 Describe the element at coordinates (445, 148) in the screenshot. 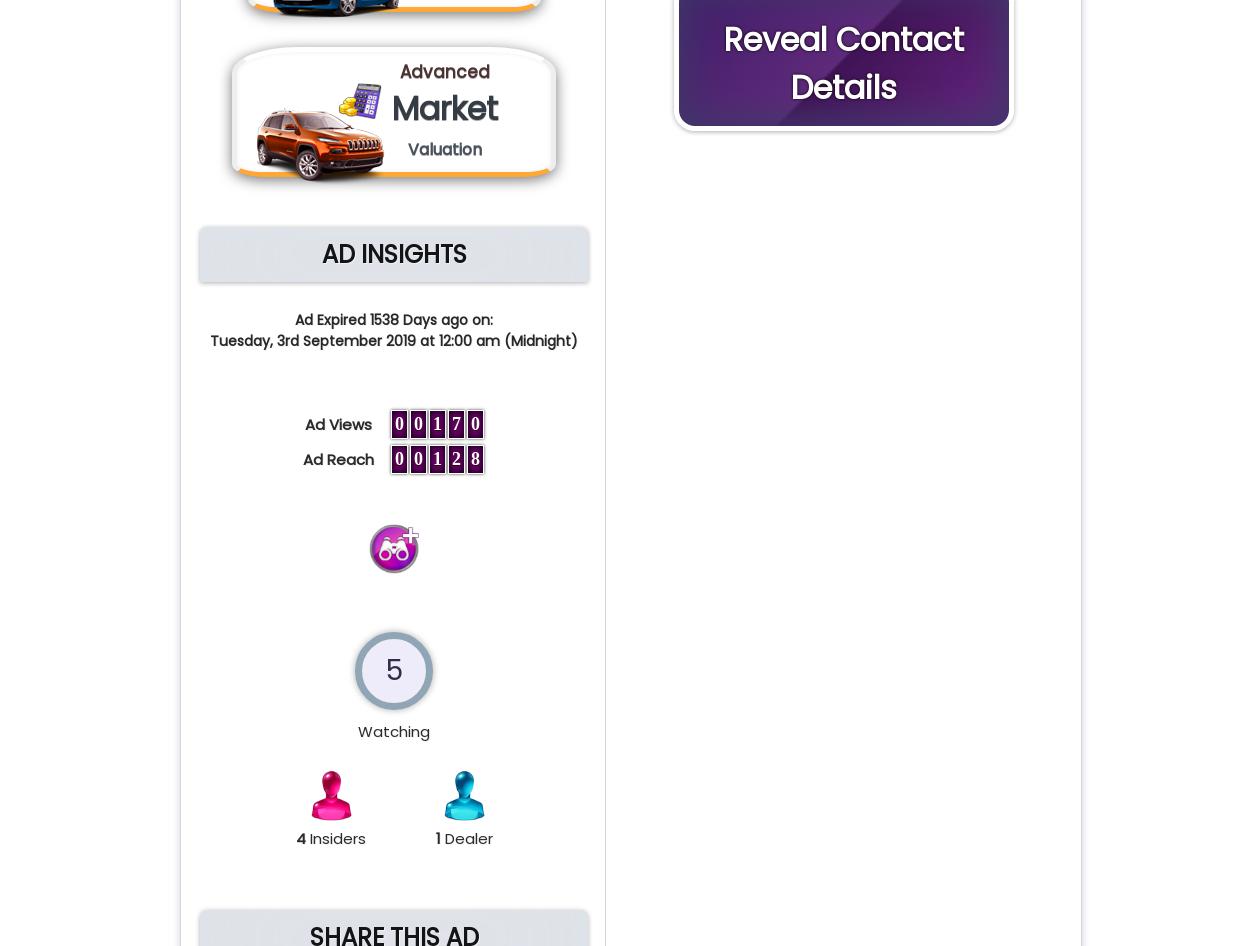

I see `'Valuation'` at that location.